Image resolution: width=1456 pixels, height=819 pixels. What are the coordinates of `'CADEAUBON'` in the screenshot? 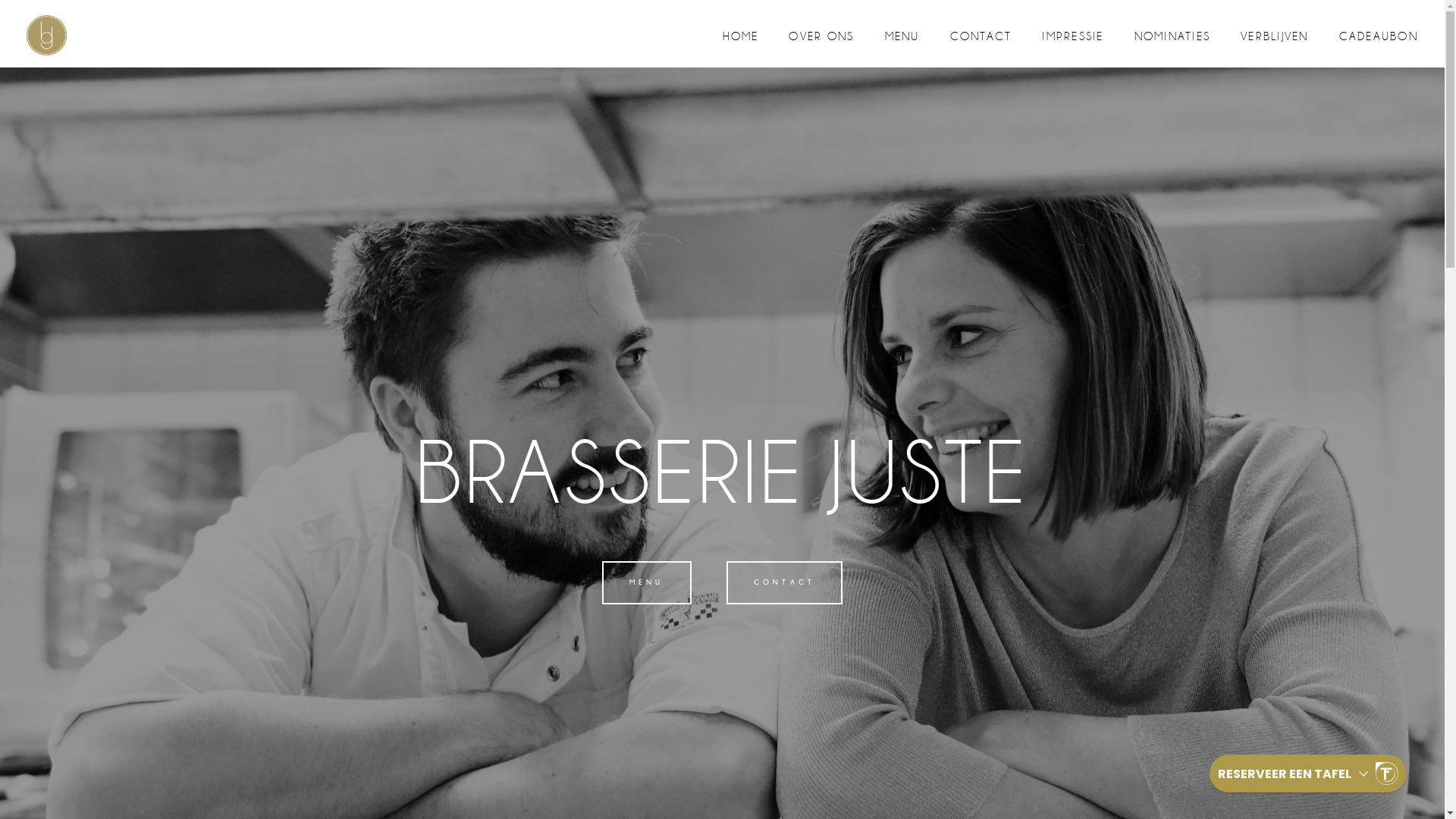 It's located at (1379, 35).